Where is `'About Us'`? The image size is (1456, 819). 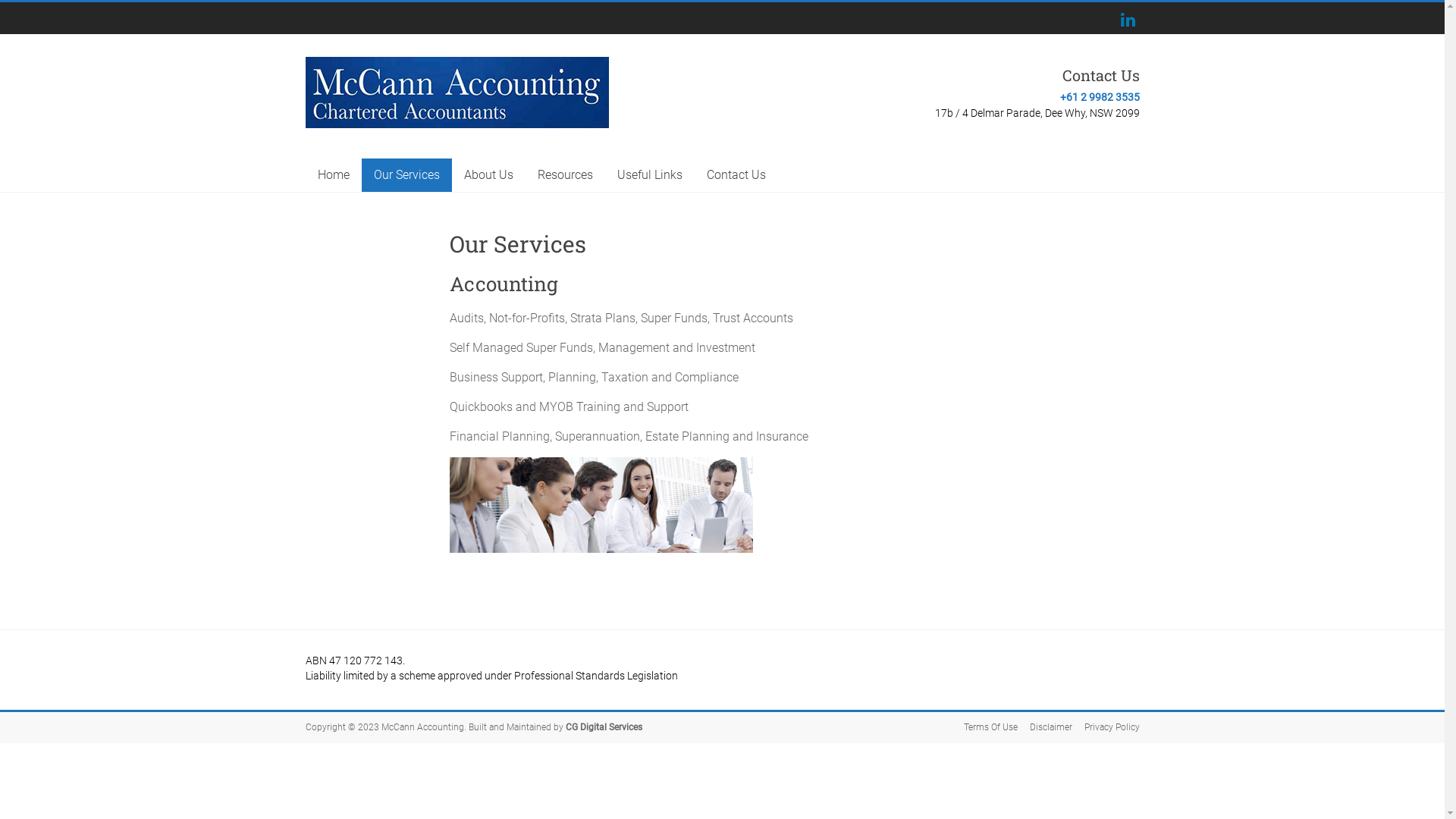 'About Us' is located at coordinates (488, 174).